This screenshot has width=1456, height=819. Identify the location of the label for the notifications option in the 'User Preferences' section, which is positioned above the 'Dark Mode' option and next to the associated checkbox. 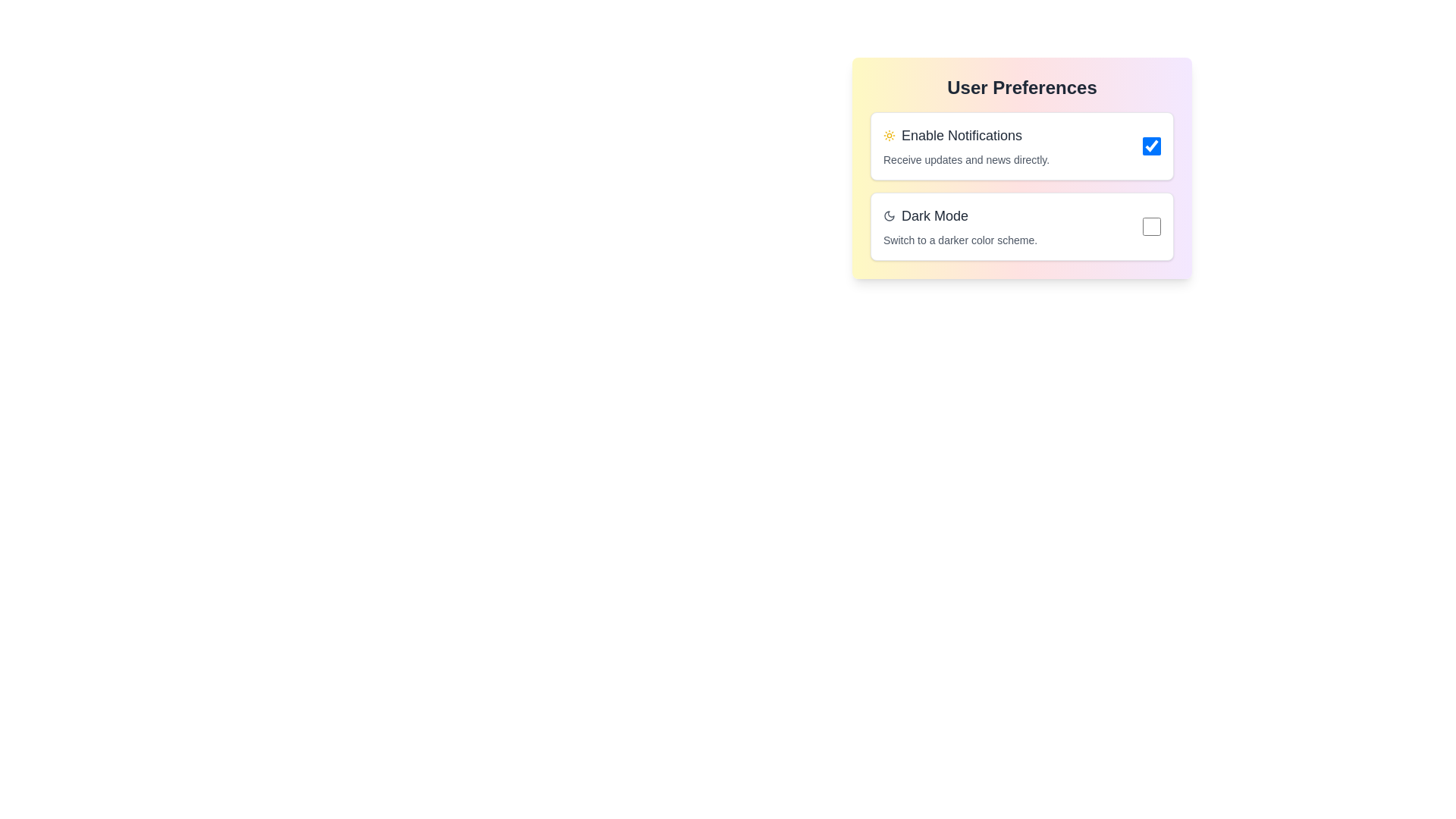
(965, 134).